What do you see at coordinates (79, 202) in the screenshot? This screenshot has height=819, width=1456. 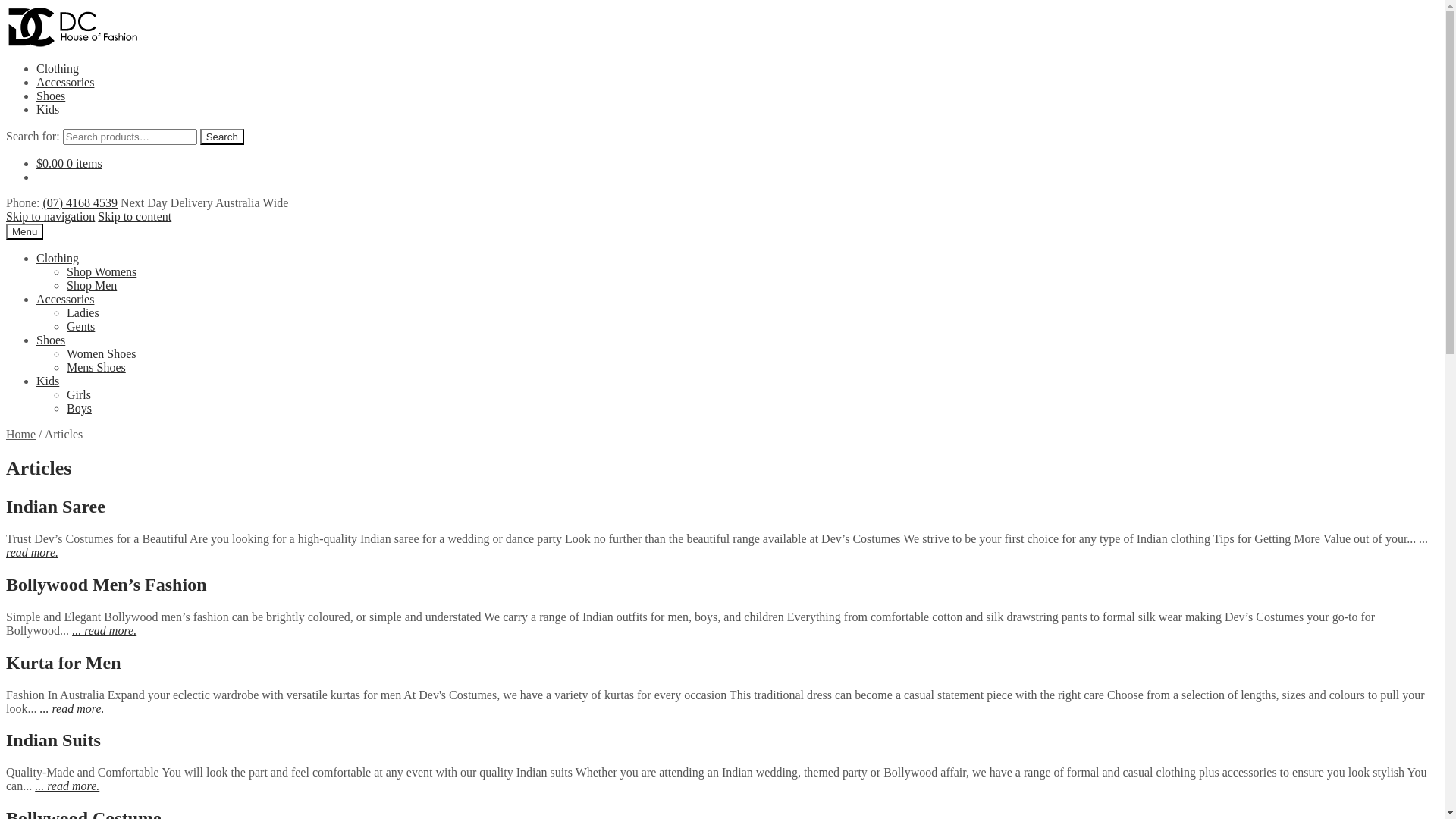 I see `'(07) 4168 4539'` at bounding box center [79, 202].